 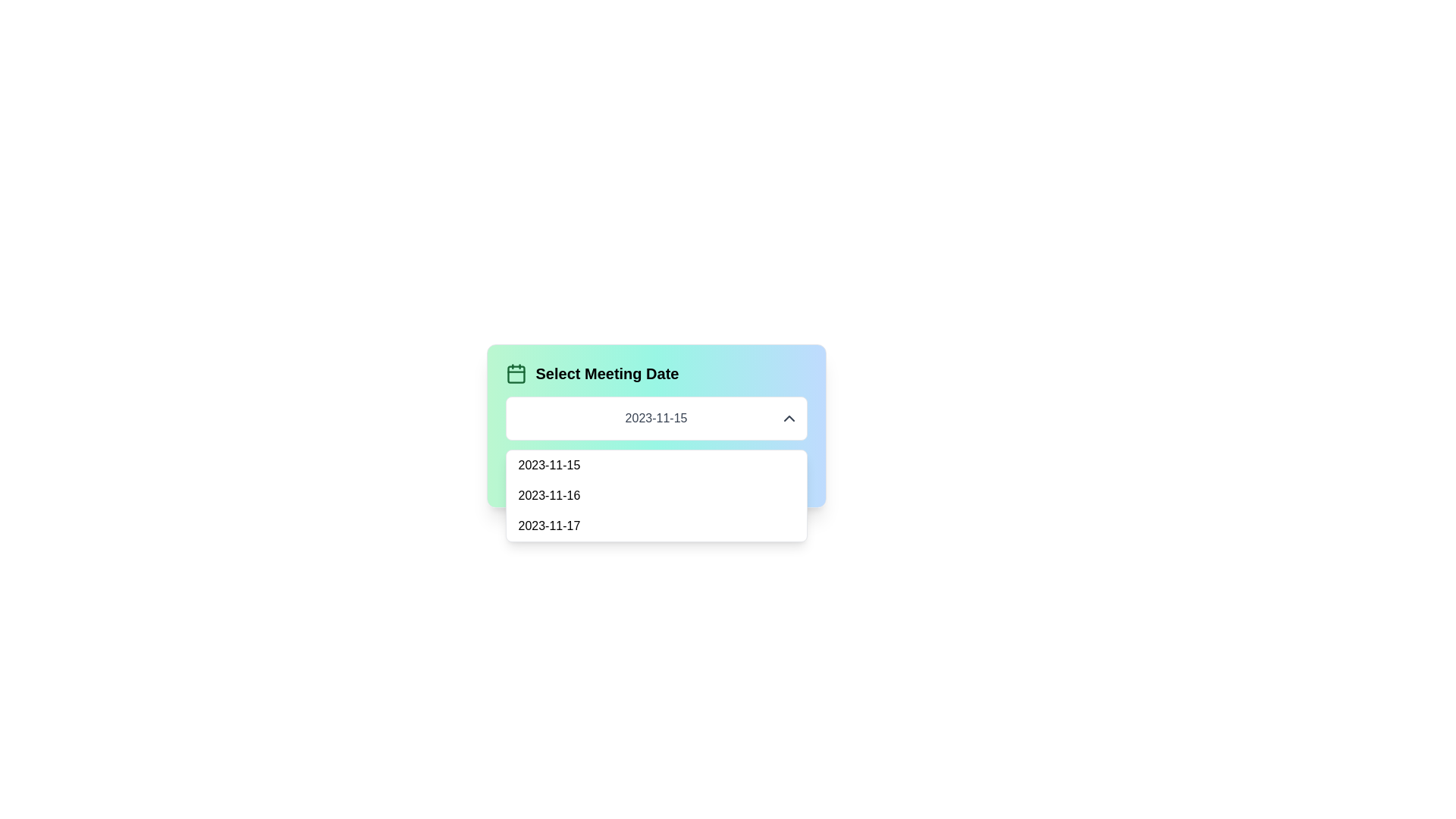 What do you see at coordinates (656, 526) in the screenshot?
I see `the List item displaying the date '2023-11-17' in the dropdown menu` at bounding box center [656, 526].